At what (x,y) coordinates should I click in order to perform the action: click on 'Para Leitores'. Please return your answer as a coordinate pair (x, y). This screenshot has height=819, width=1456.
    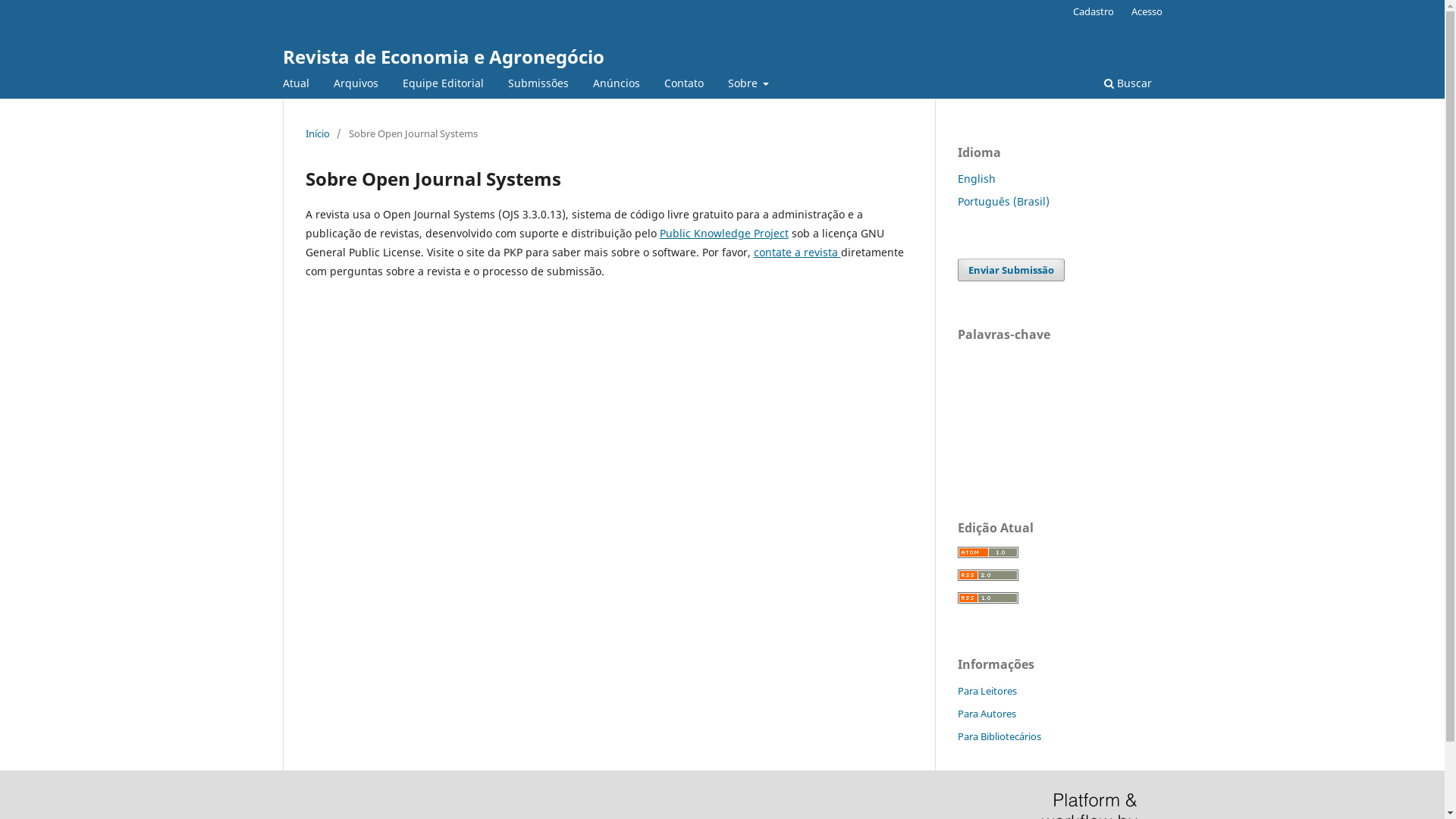
    Looking at the image, I should click on (986, 690).